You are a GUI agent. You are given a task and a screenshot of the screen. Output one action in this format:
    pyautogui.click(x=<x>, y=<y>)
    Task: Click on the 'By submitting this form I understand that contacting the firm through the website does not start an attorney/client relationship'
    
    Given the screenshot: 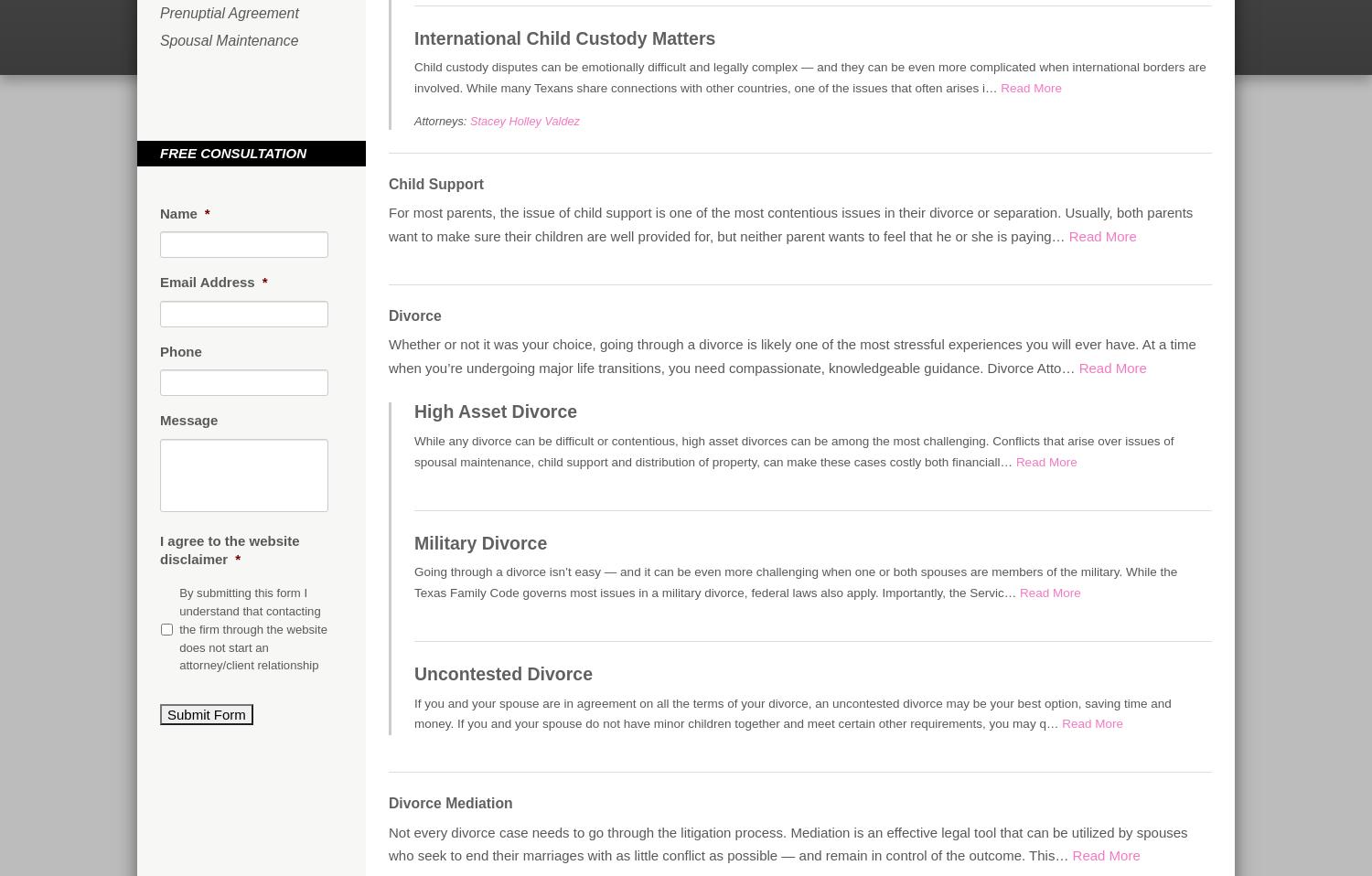 What is the action you would take?
    pyautogui.click(x=252, y=628)
    